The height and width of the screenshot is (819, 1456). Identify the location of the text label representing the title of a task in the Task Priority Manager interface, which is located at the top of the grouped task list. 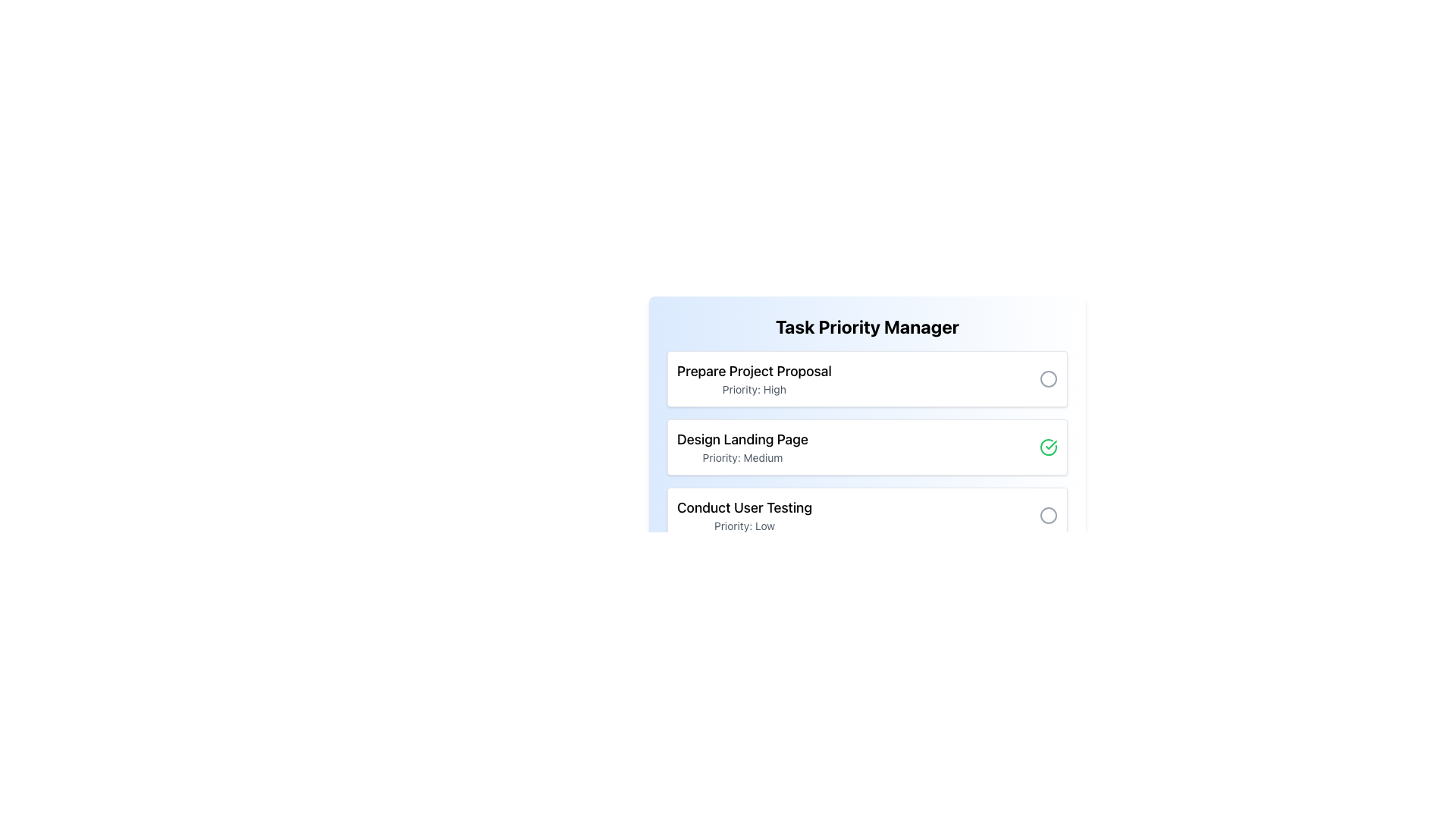
(754, 371).